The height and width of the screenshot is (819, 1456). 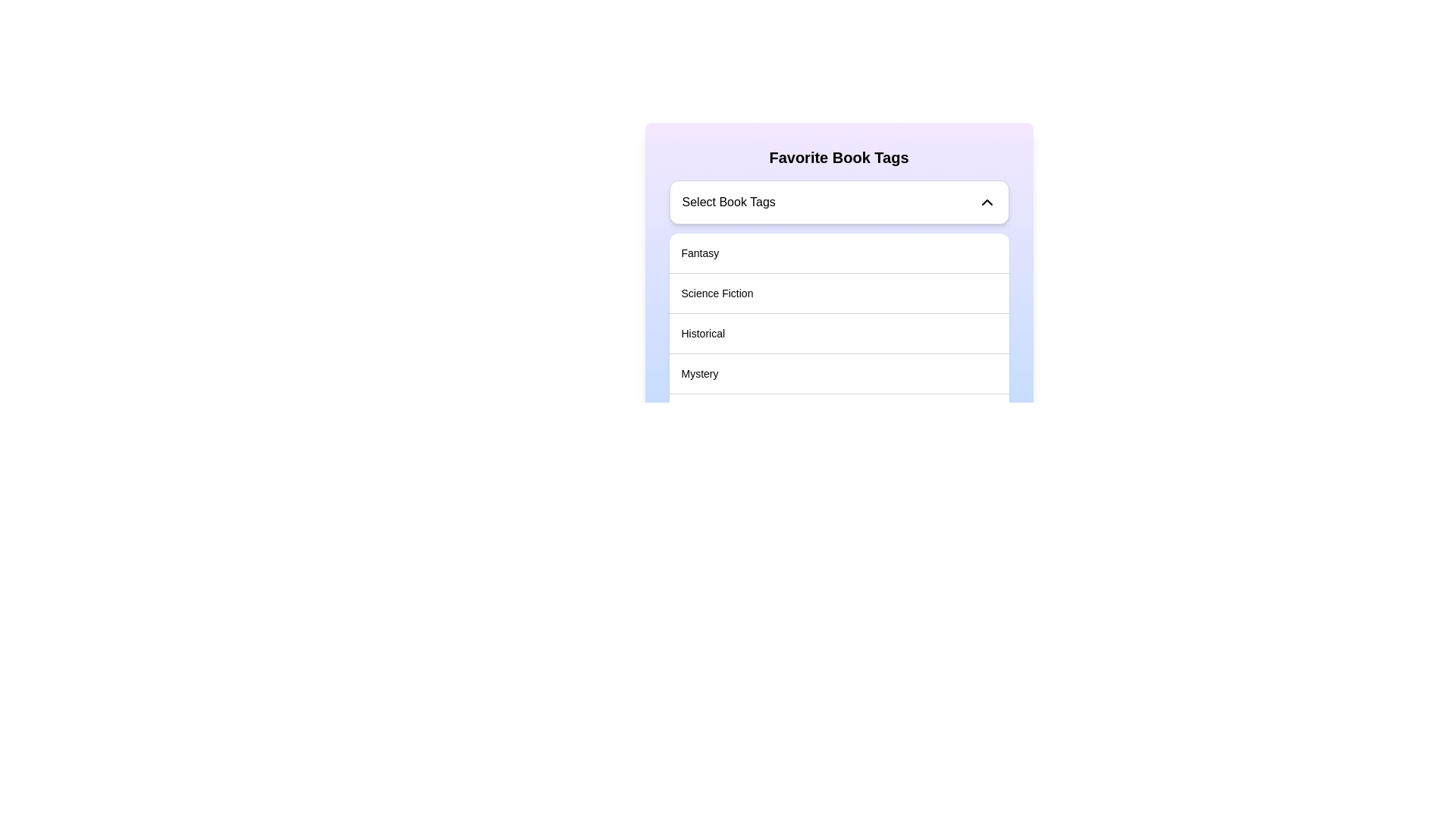 I want to click on the third item in the dropdown menu labeled 'Historical', so click(x=838, y=332).